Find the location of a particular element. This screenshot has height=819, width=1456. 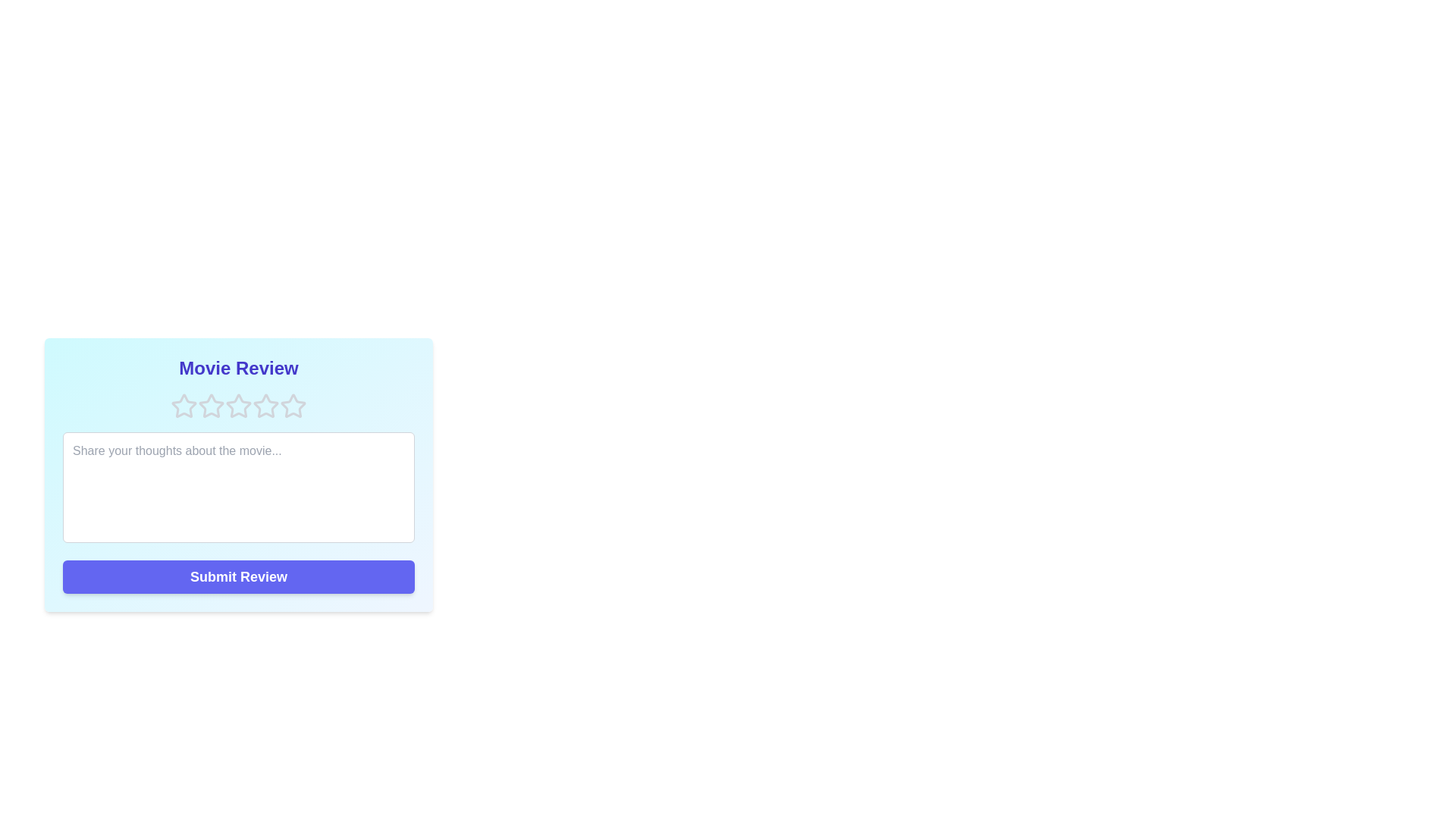

the star corresponding to 1 rating is located at coordinates (184, 406).